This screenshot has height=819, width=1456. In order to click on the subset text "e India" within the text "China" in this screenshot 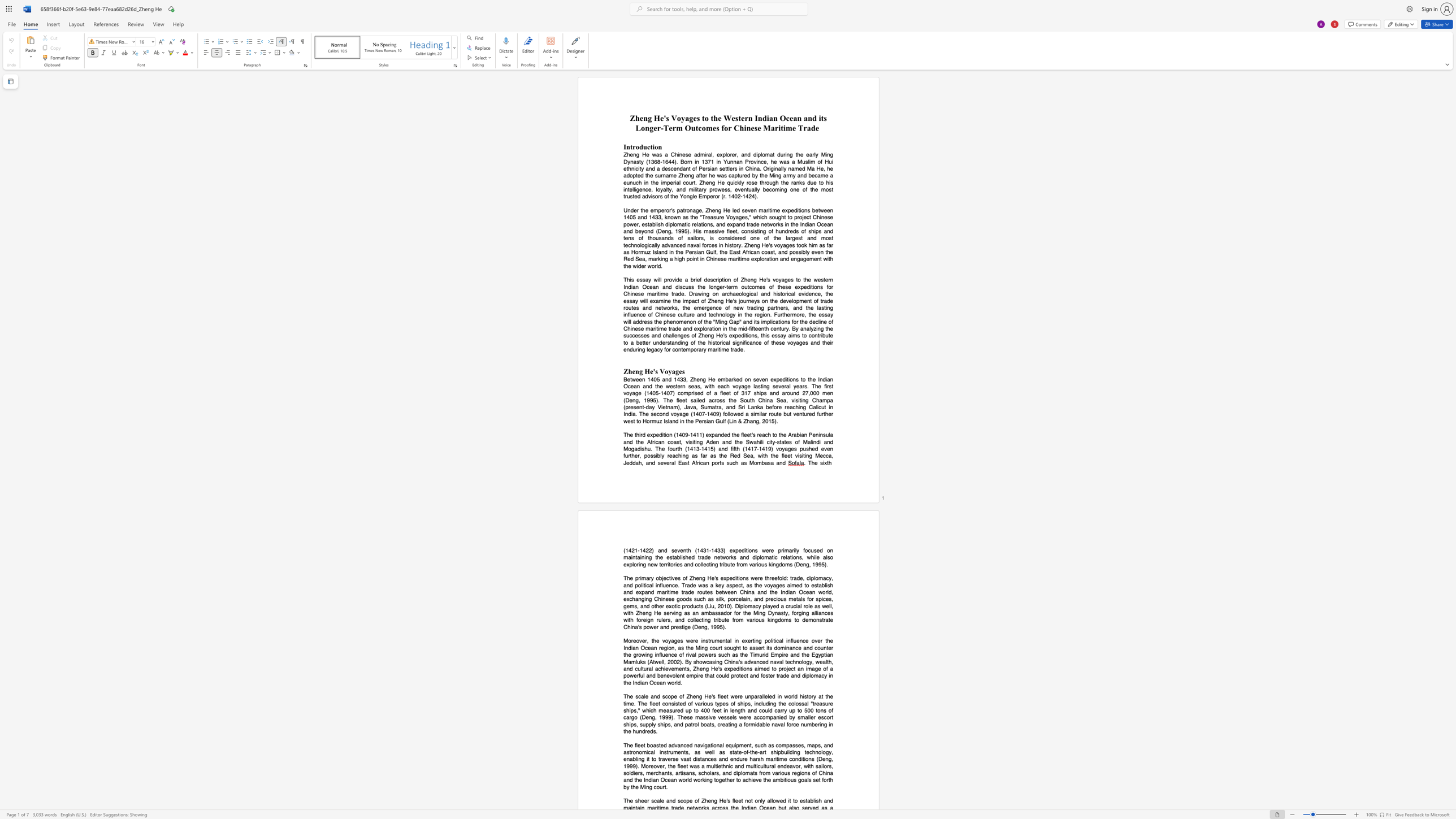, I will do `click(628, 682)`.